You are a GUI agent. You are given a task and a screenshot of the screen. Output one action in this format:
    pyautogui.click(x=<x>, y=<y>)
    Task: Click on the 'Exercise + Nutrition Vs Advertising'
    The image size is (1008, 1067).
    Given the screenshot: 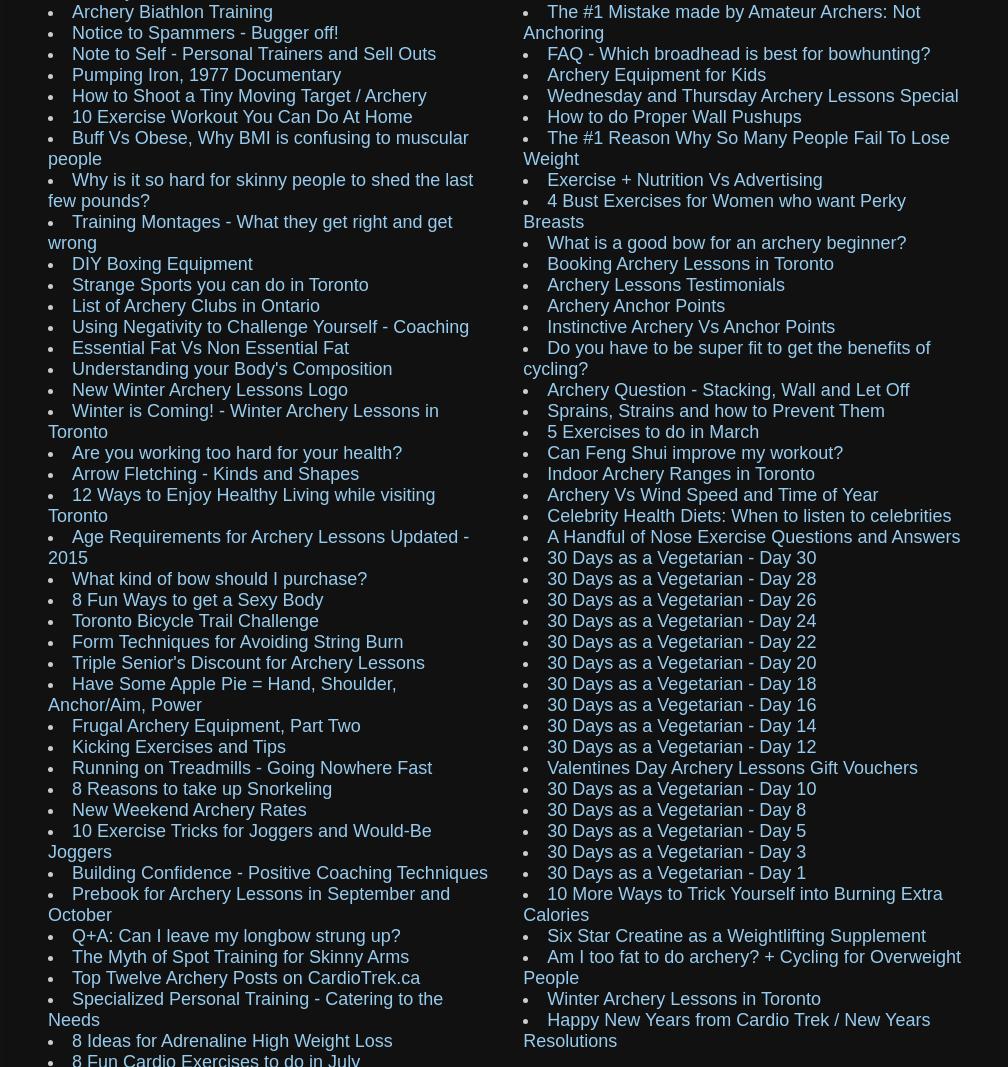 What is the action you would take?
    pyautogui.click(x=684, y=179)
    